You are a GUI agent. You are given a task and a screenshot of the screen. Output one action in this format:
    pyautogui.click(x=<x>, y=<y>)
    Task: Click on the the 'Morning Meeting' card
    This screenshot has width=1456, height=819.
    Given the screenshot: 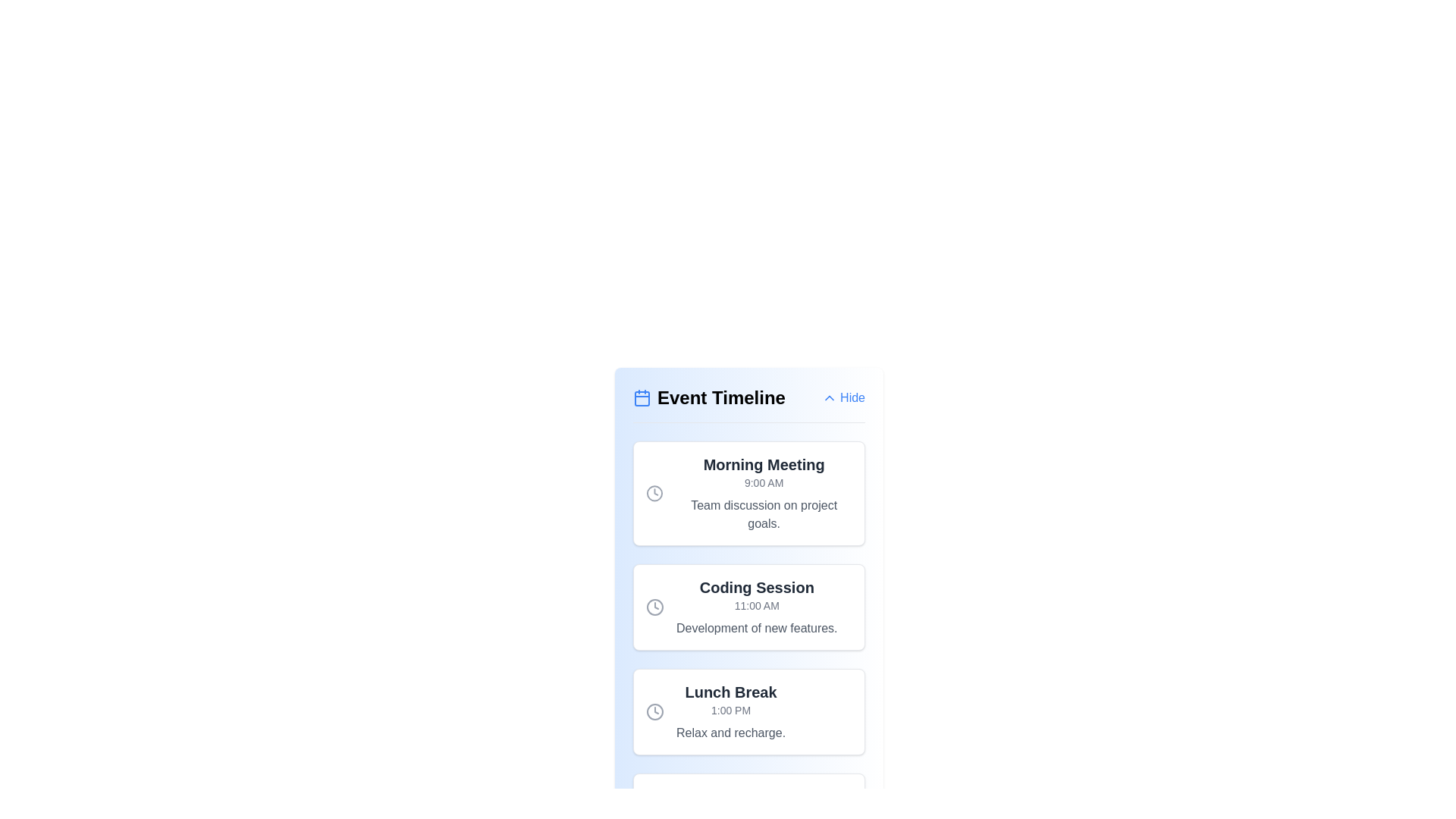 What is the action you would take?
    pyautogui.click(x=749, y=494)
    